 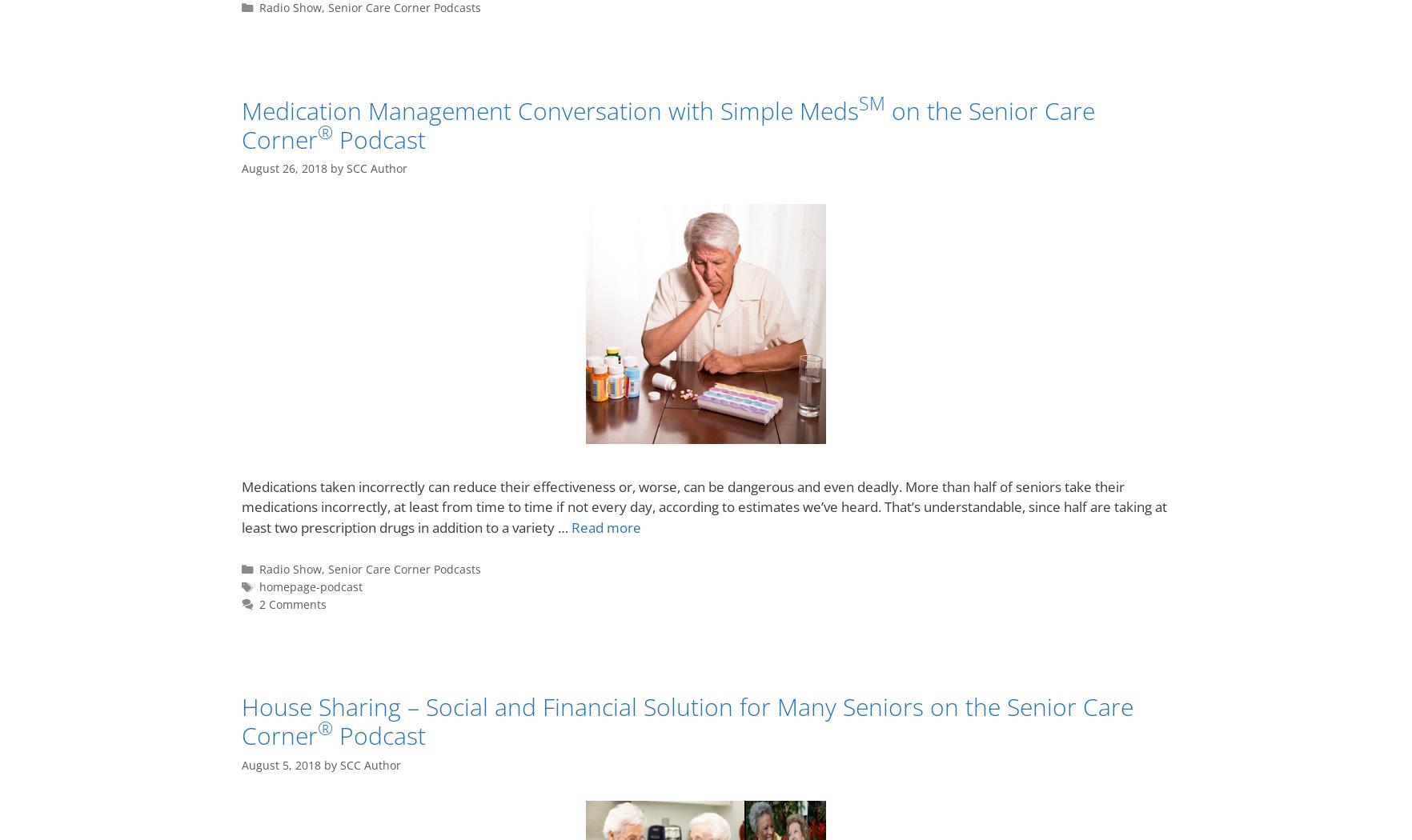 I want to click on 'homepage-podcast', so click(x=310, y=586).